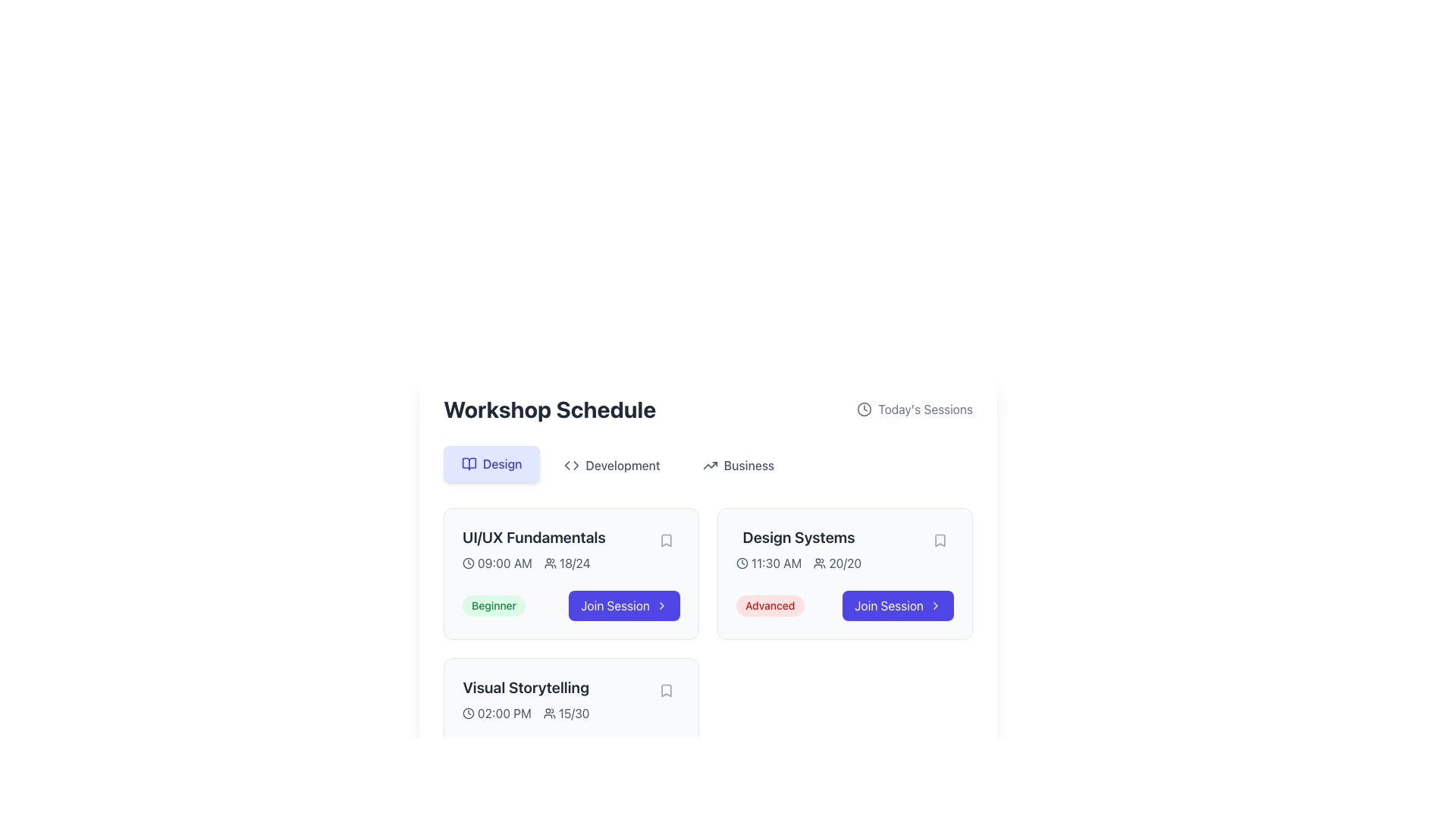 The width and height of the screenshot is (1456, 819). What do you see at coordinates (666, 690) in the screenshot?
I see `the small bookmark icon shaped like a ribbon located in the bottom-right corner of the 'Visual Storytelling' card under the 'Workshop Schedule' section` at bounding box center [666, 690].